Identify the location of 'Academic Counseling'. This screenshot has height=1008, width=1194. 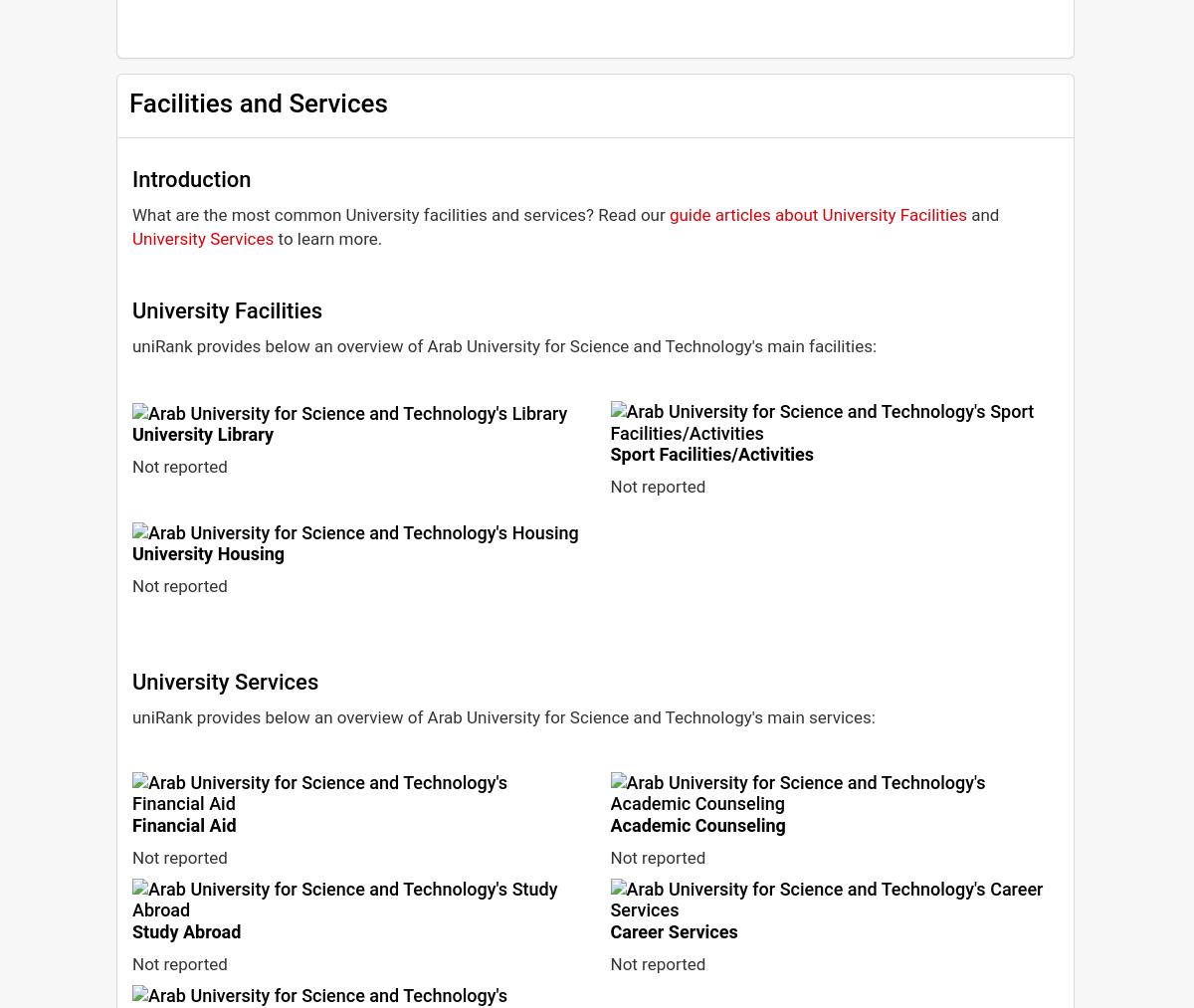
(697, 823).